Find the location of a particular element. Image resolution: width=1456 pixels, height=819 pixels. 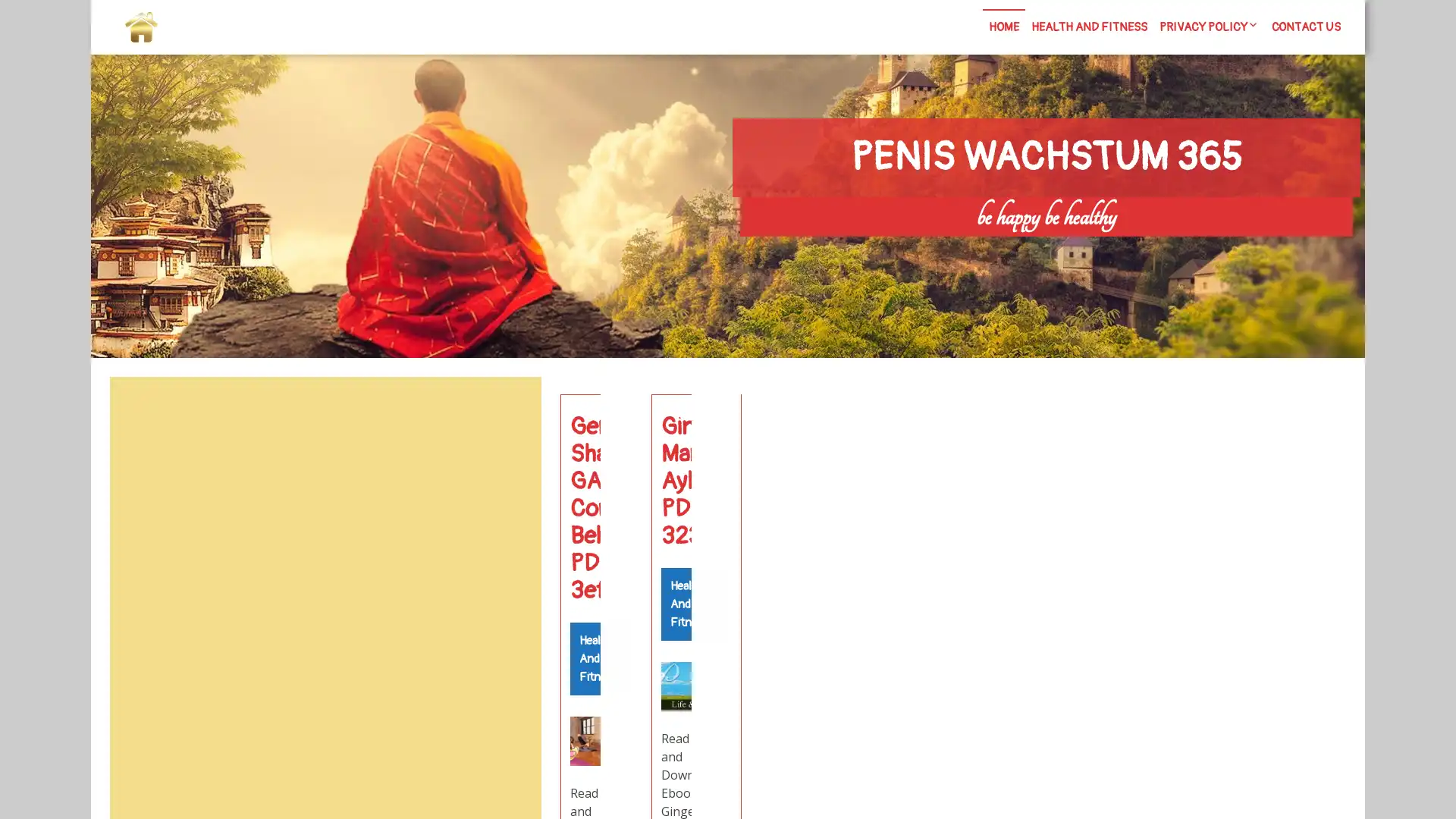

Search is located at coordinates (506, 413).